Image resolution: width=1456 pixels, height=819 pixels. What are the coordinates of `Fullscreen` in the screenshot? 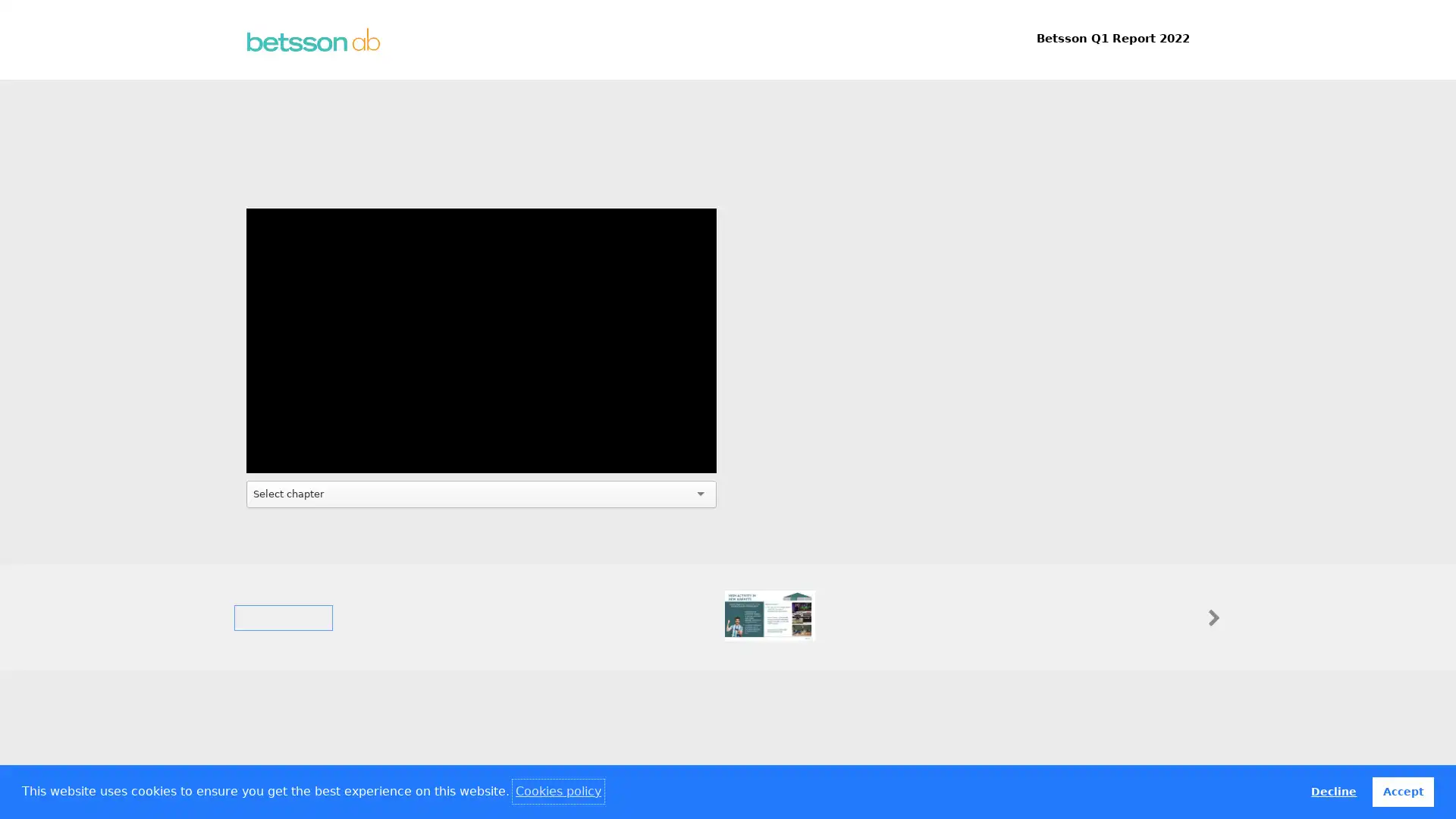 It's located at (692, 449).